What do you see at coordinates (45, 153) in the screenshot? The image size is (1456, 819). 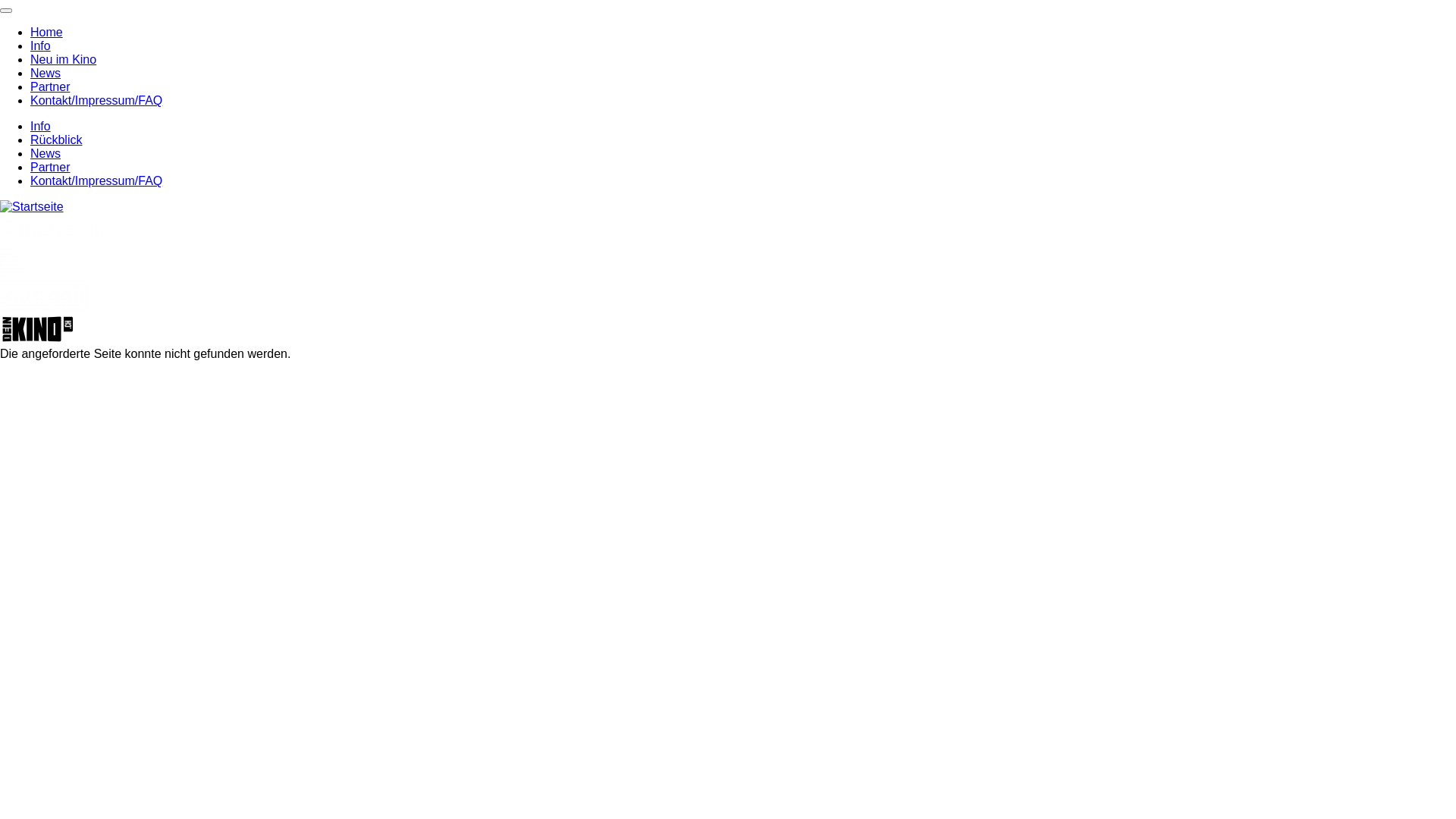 I see `'News'` at bounding box center [45, 153].